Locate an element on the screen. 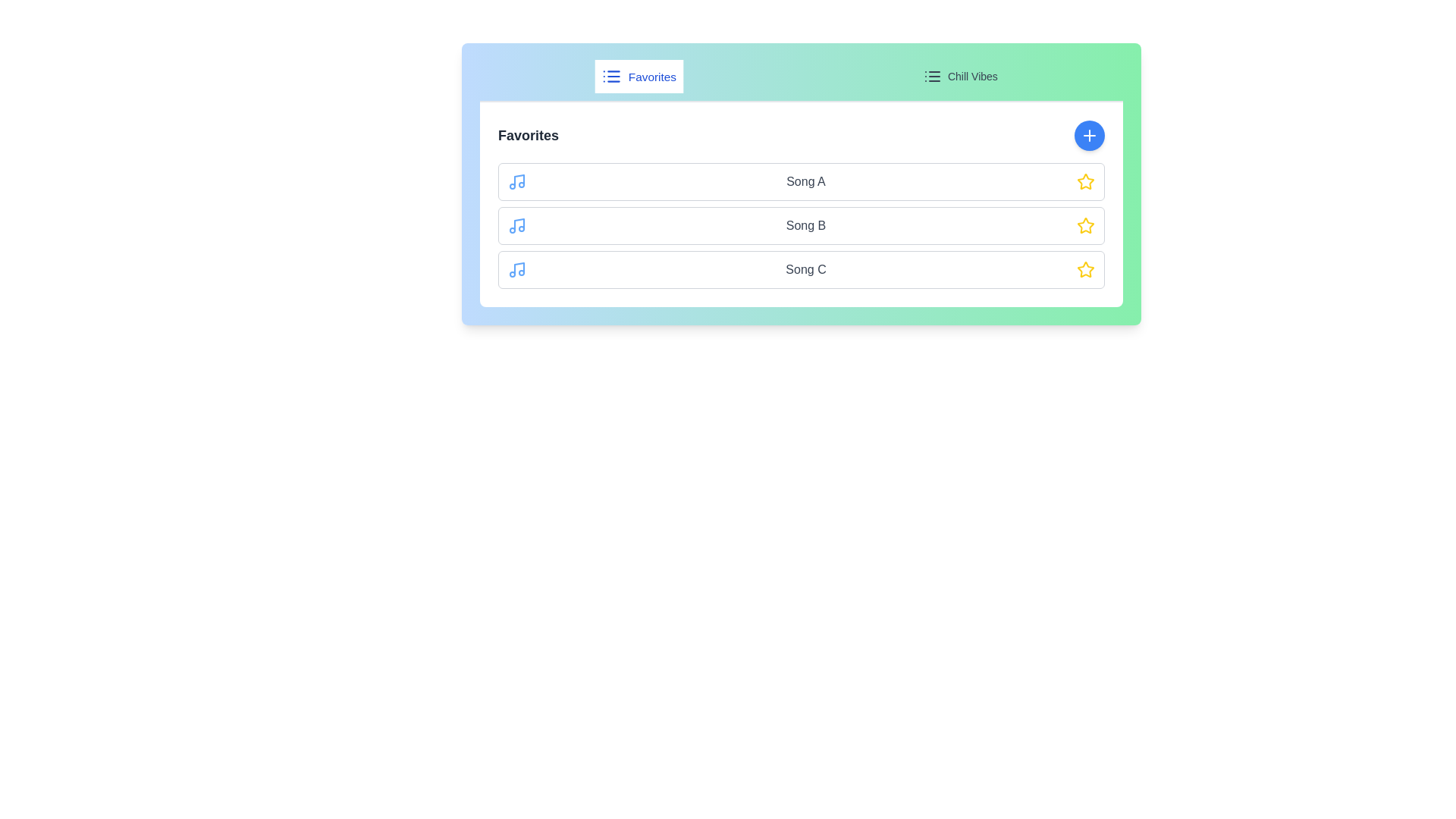 Image resolution: width=1456 pixels, height=819 pixels. the playlist Chill Vibes is located at coordinates (959, 76).